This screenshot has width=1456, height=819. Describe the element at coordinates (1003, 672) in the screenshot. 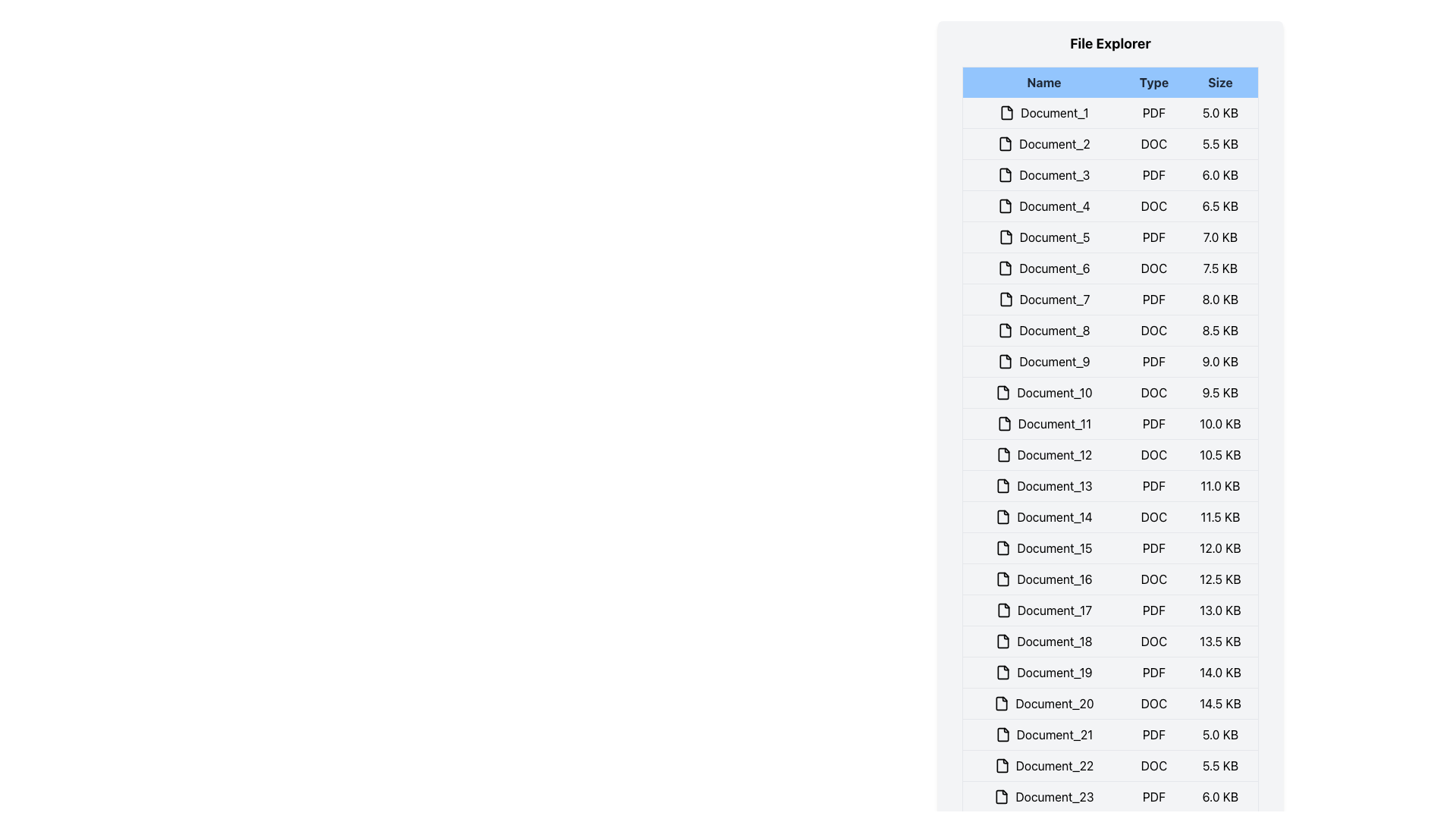

I see `the SVG graphical icon representing the file item located to the left of the entry labeled 'Document_19' in the file explorer` at that location.